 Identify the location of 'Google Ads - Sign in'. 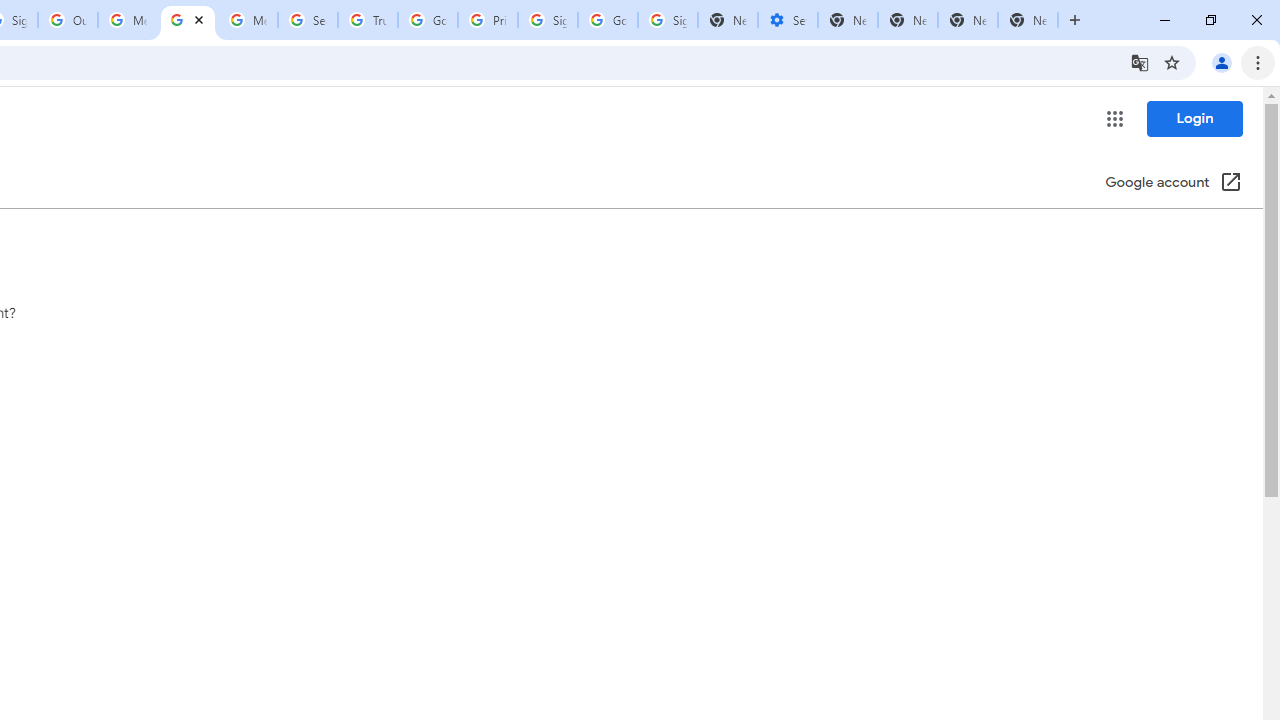
(427, 20).